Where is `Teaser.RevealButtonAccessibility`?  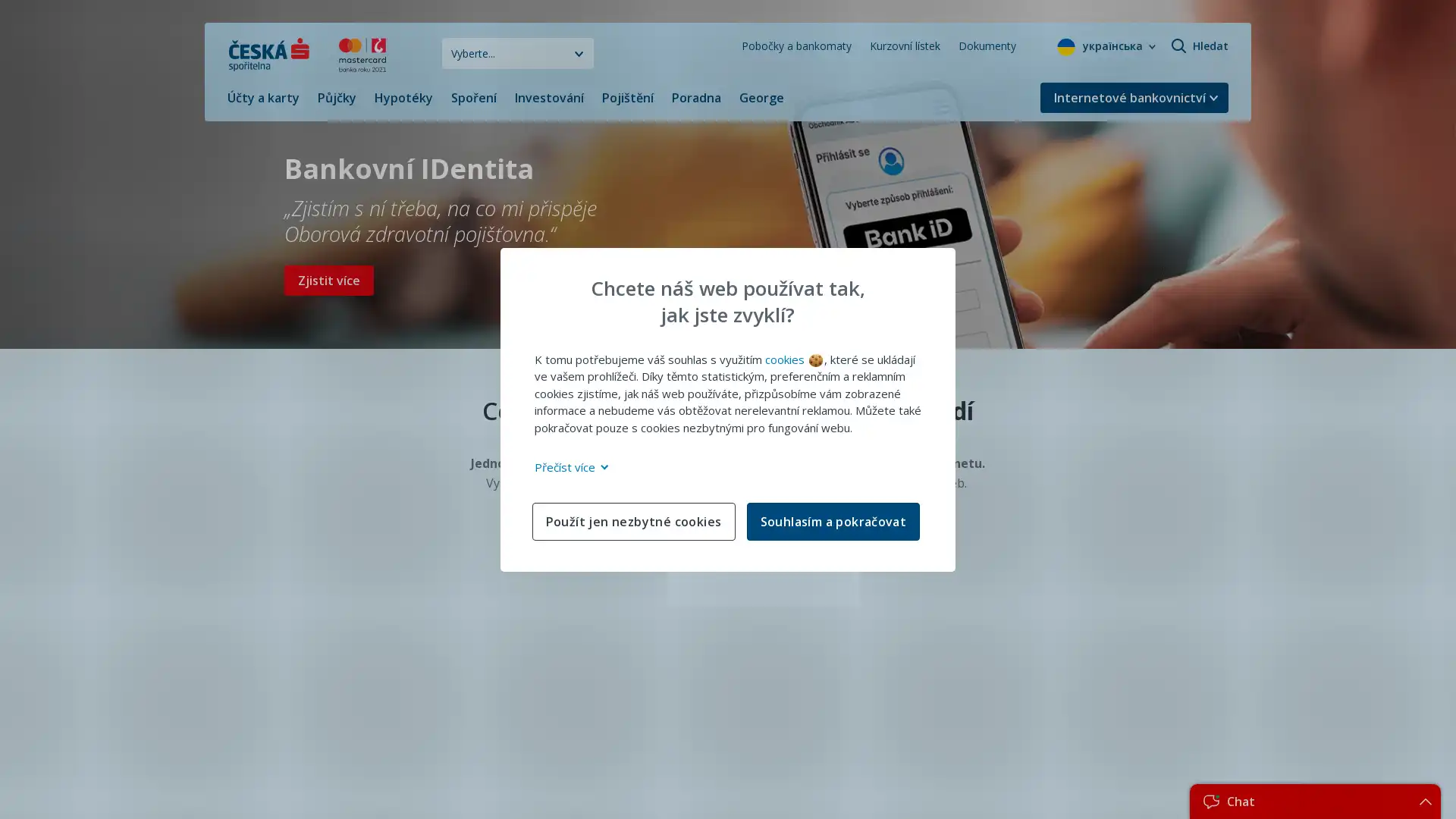 Teaser.RevealButtonAccessibility is located at coordinates (1425, 800).